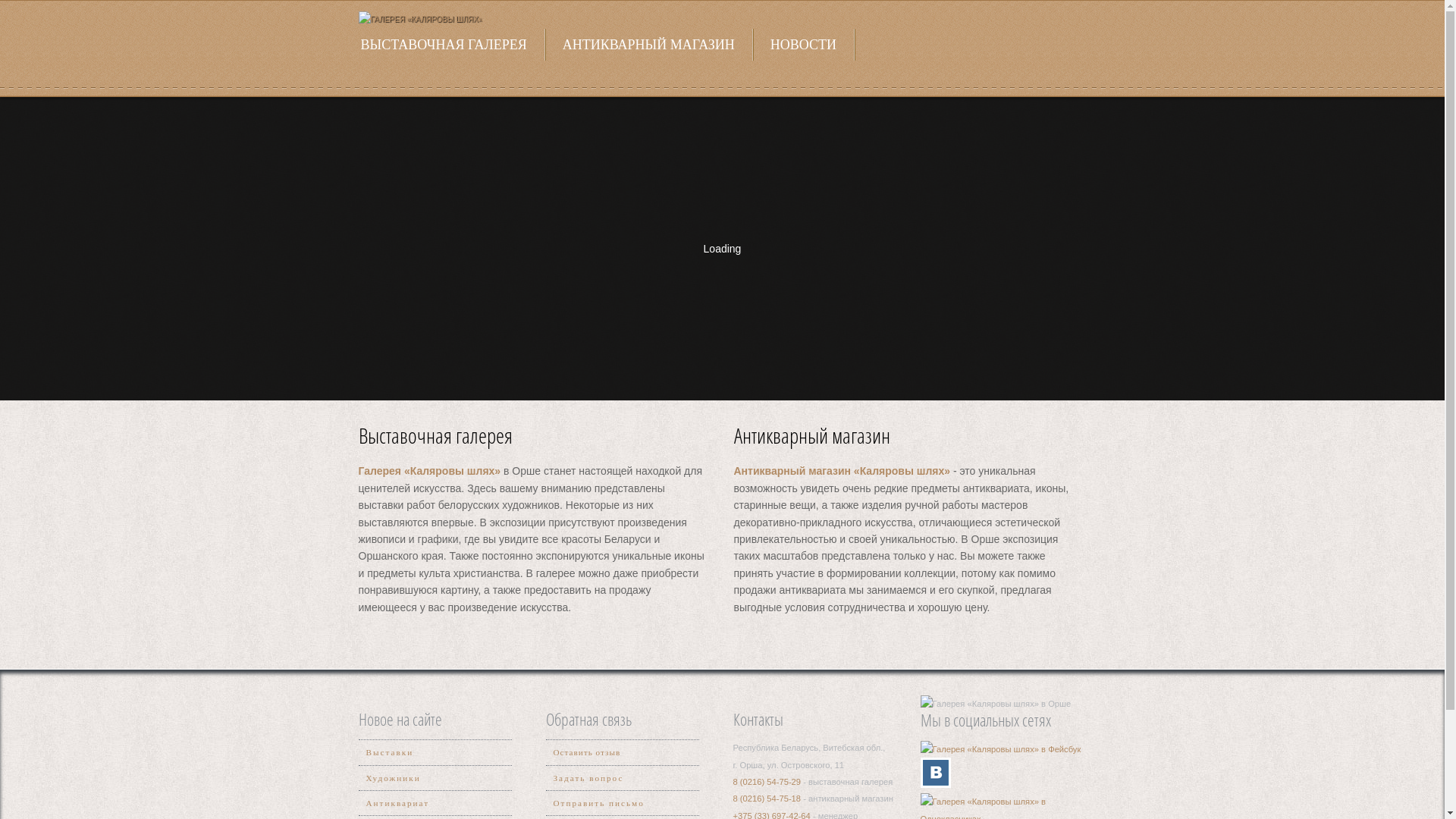 Image resolution: width=1456 pixels, height=819 pixels. I want to click on '8 (0216) 54-75-29', so click(767, 781).